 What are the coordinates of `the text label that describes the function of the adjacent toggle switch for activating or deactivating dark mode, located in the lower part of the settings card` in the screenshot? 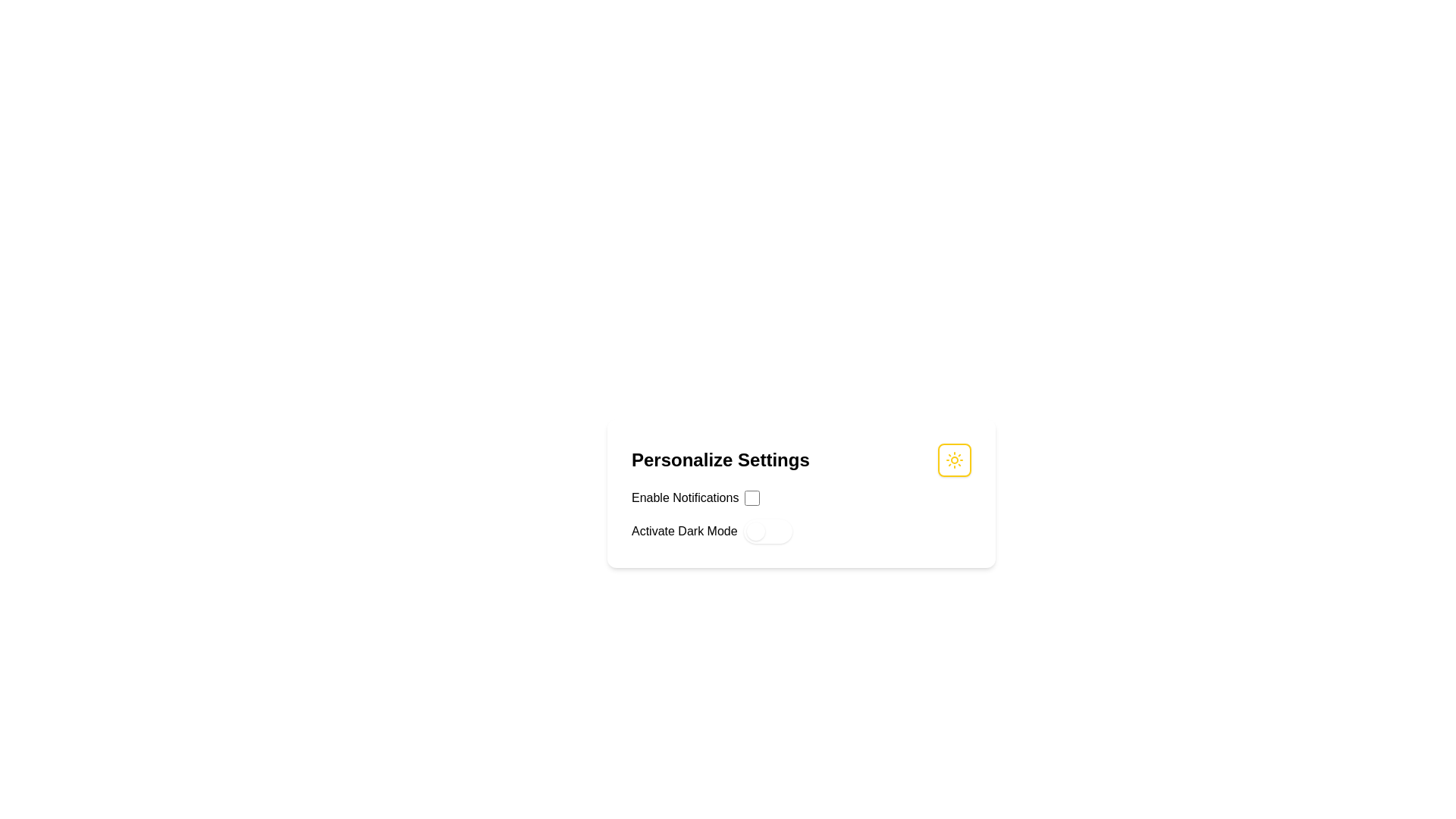 It's located at (683, 531).